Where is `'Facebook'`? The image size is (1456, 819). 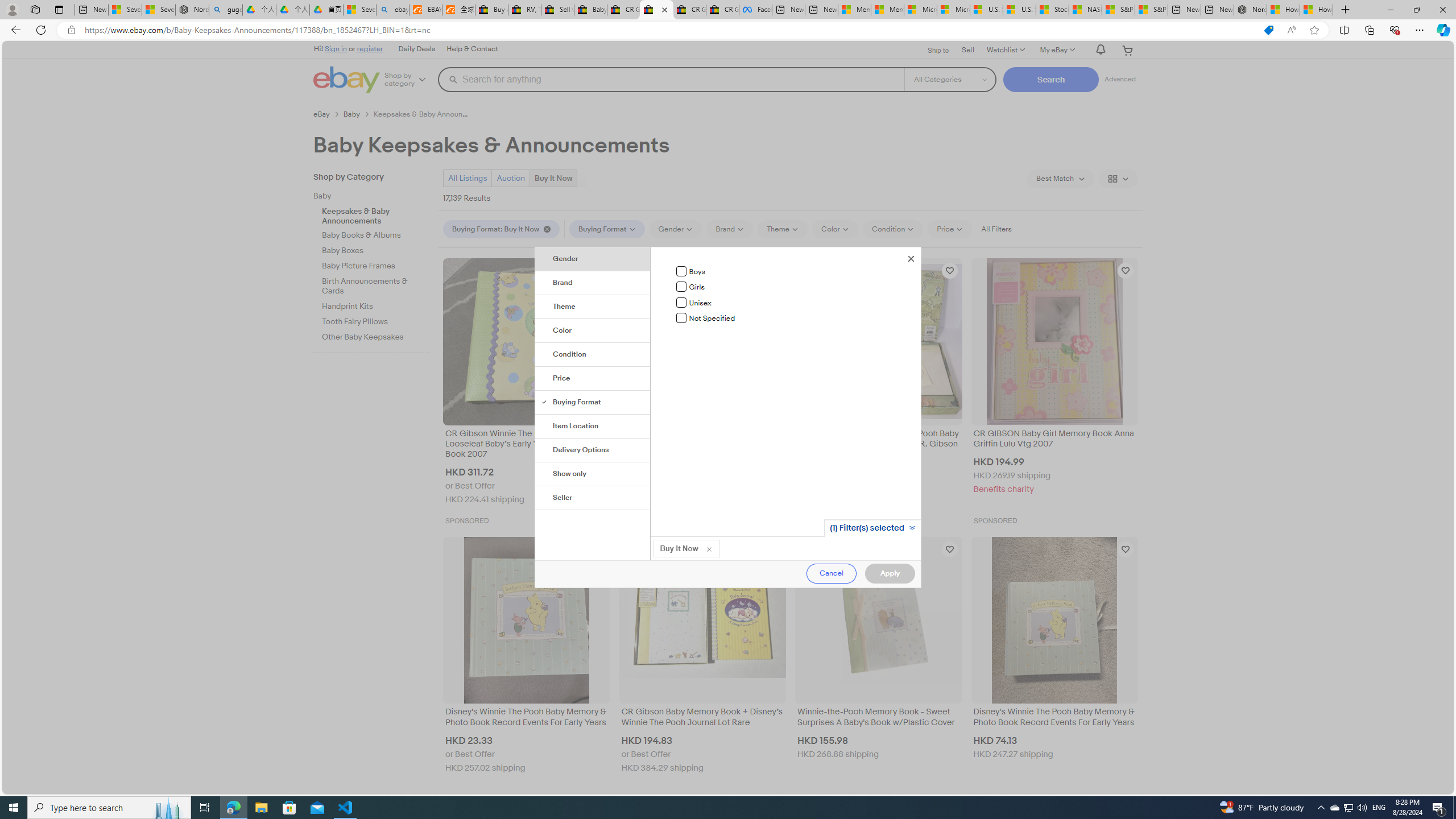
'Facebook' is located at coordinates (755, 9).